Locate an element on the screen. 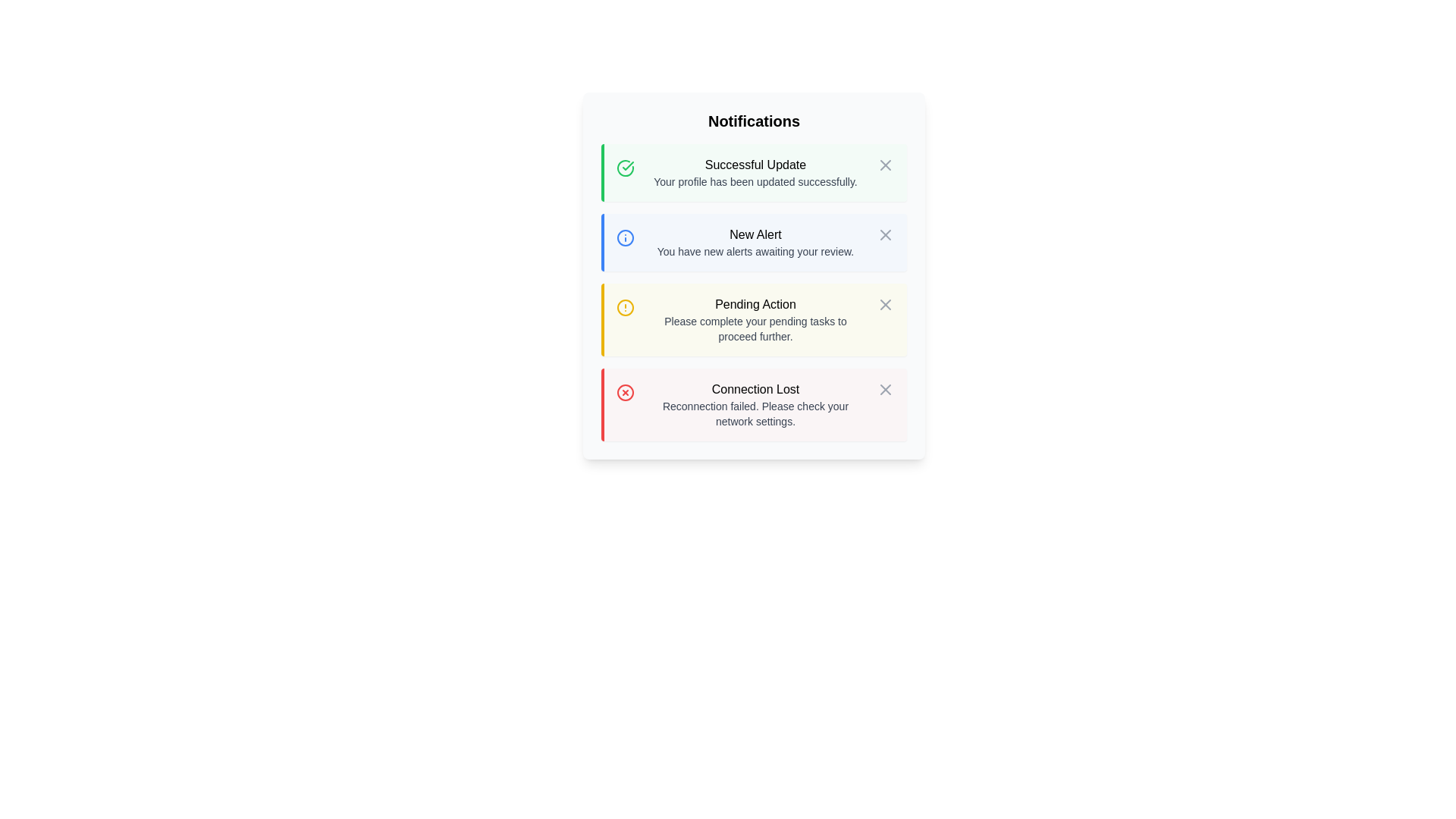 The height and width of the screenshot is (819, 1456). the informational icon in the second notification row of the notification card is located at coordinates (626, 237).